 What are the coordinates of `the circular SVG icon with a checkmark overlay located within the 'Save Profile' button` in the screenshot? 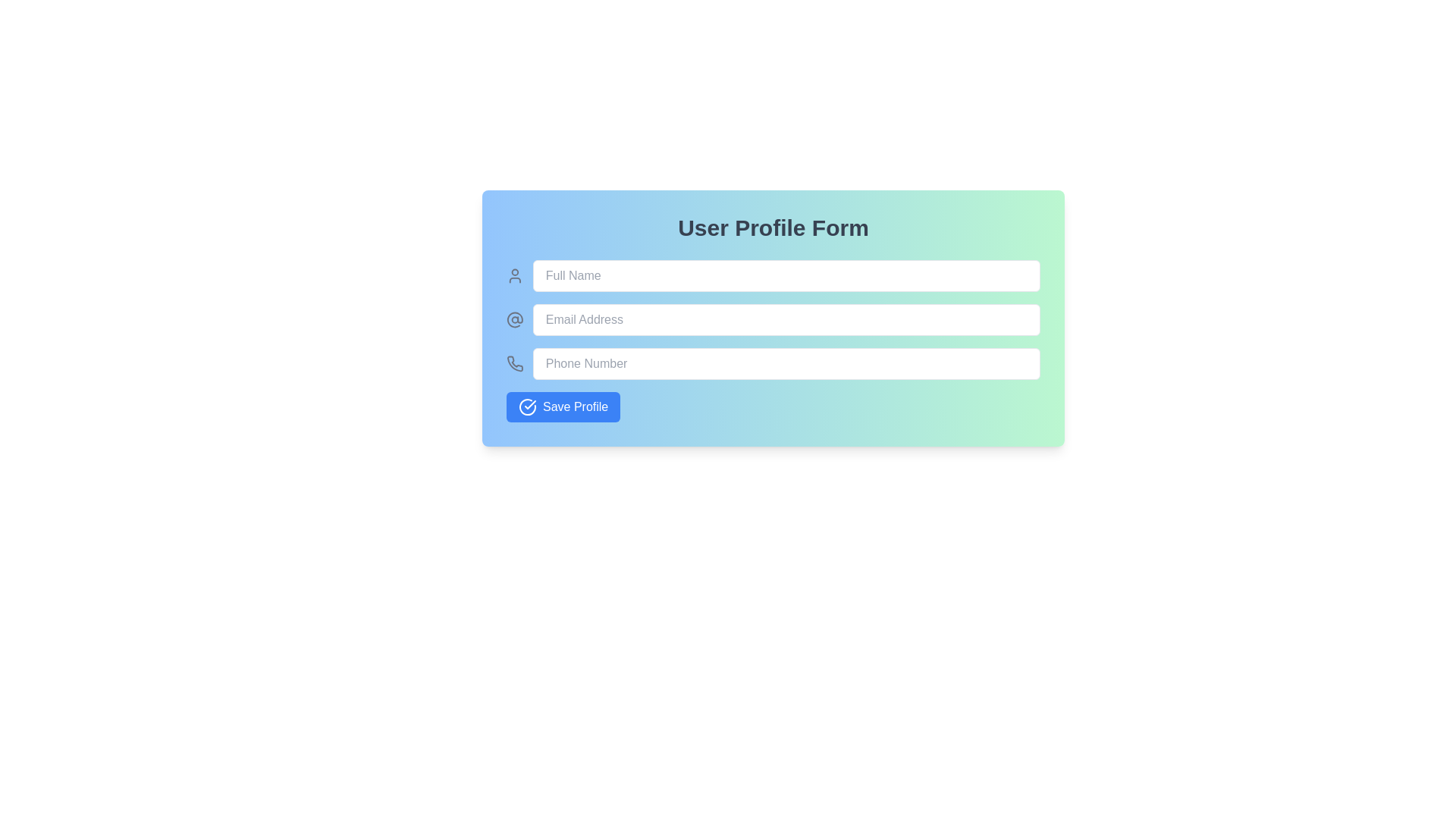 It's located at (528, 406).